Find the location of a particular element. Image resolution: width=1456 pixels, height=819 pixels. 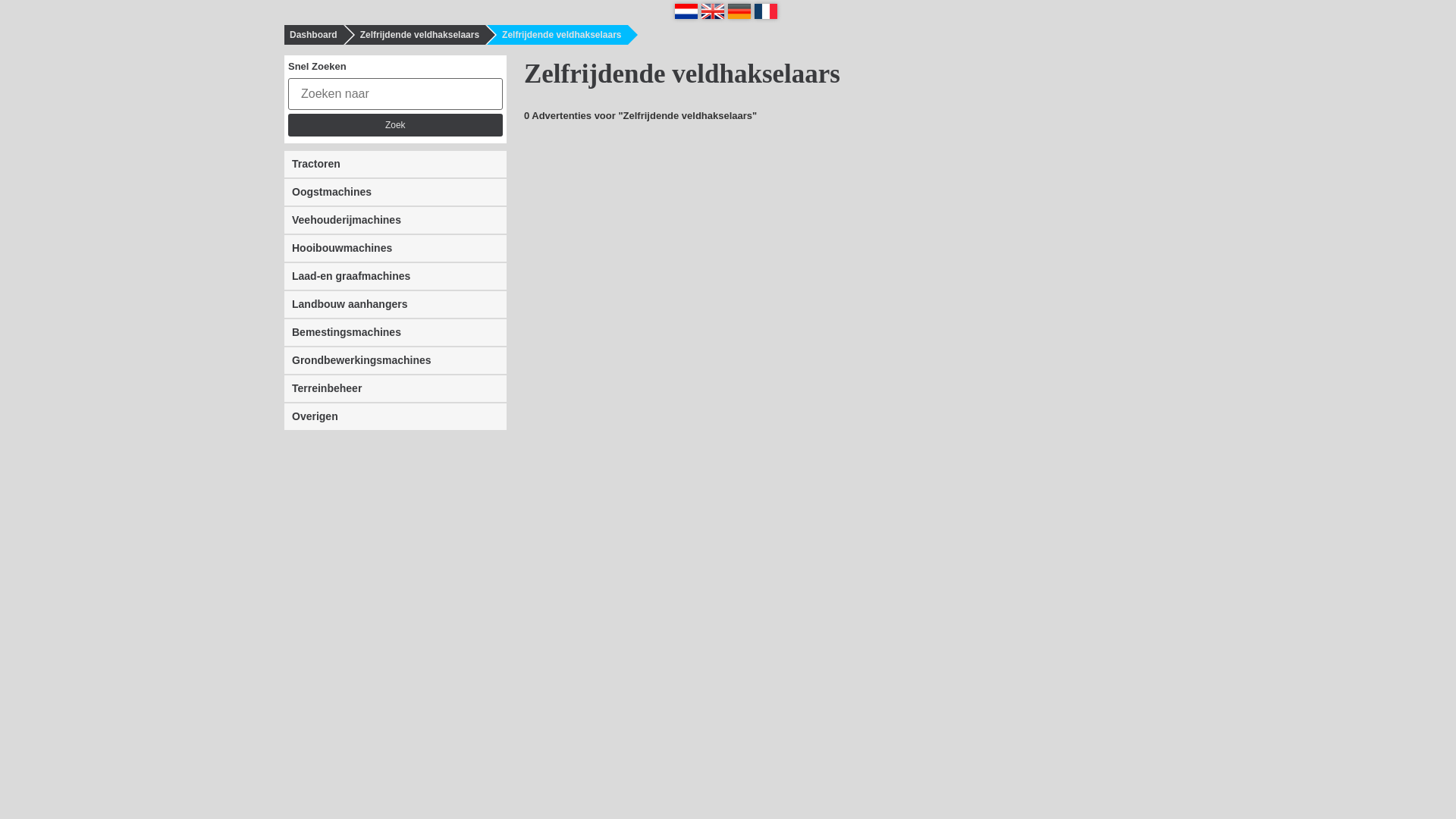

'Zoek' is located at coordinates (287, 124).